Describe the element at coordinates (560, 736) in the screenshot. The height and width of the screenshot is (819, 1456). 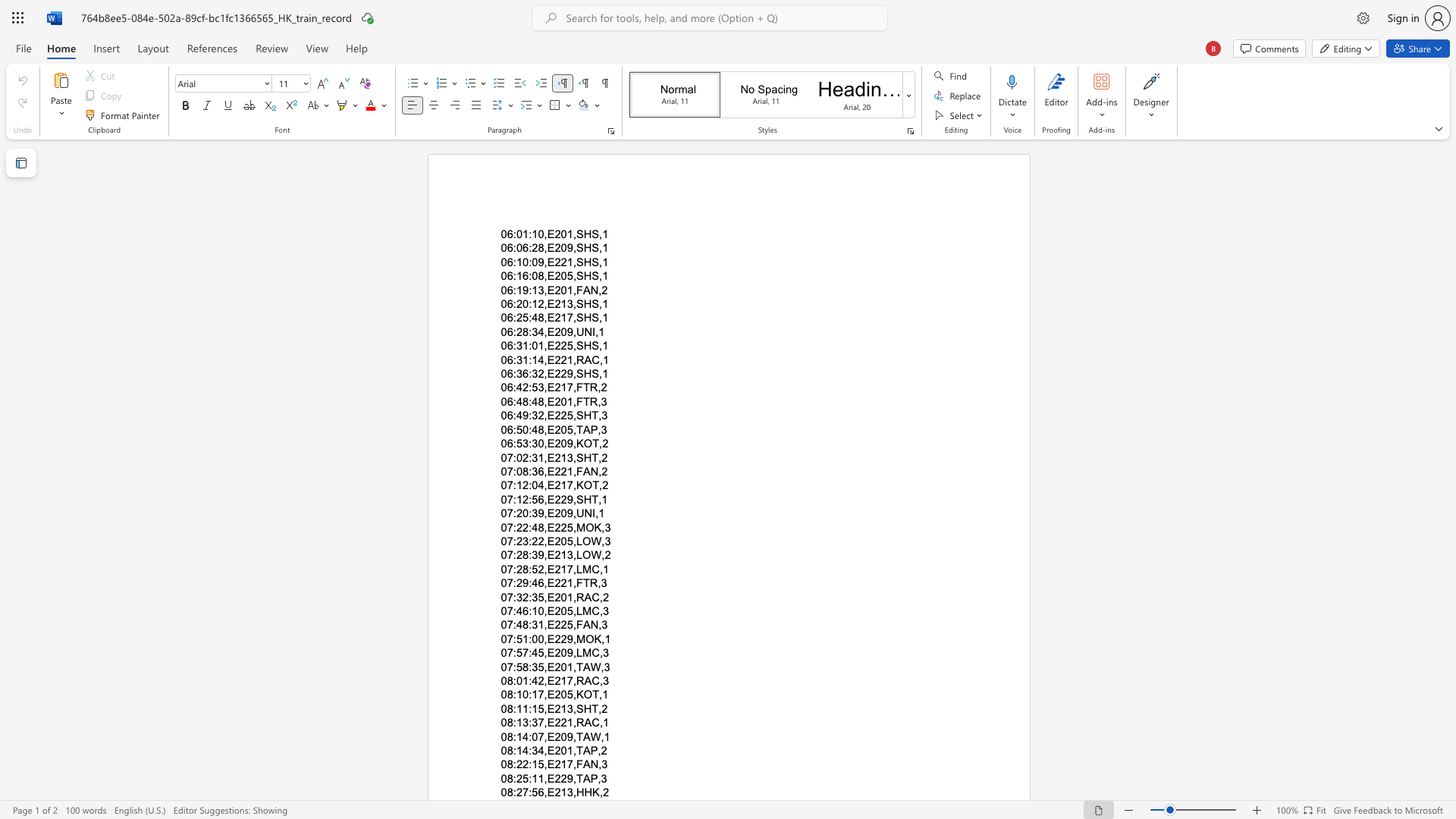
I see `the space between the continuous character "2" and "0" in the text` at that location.